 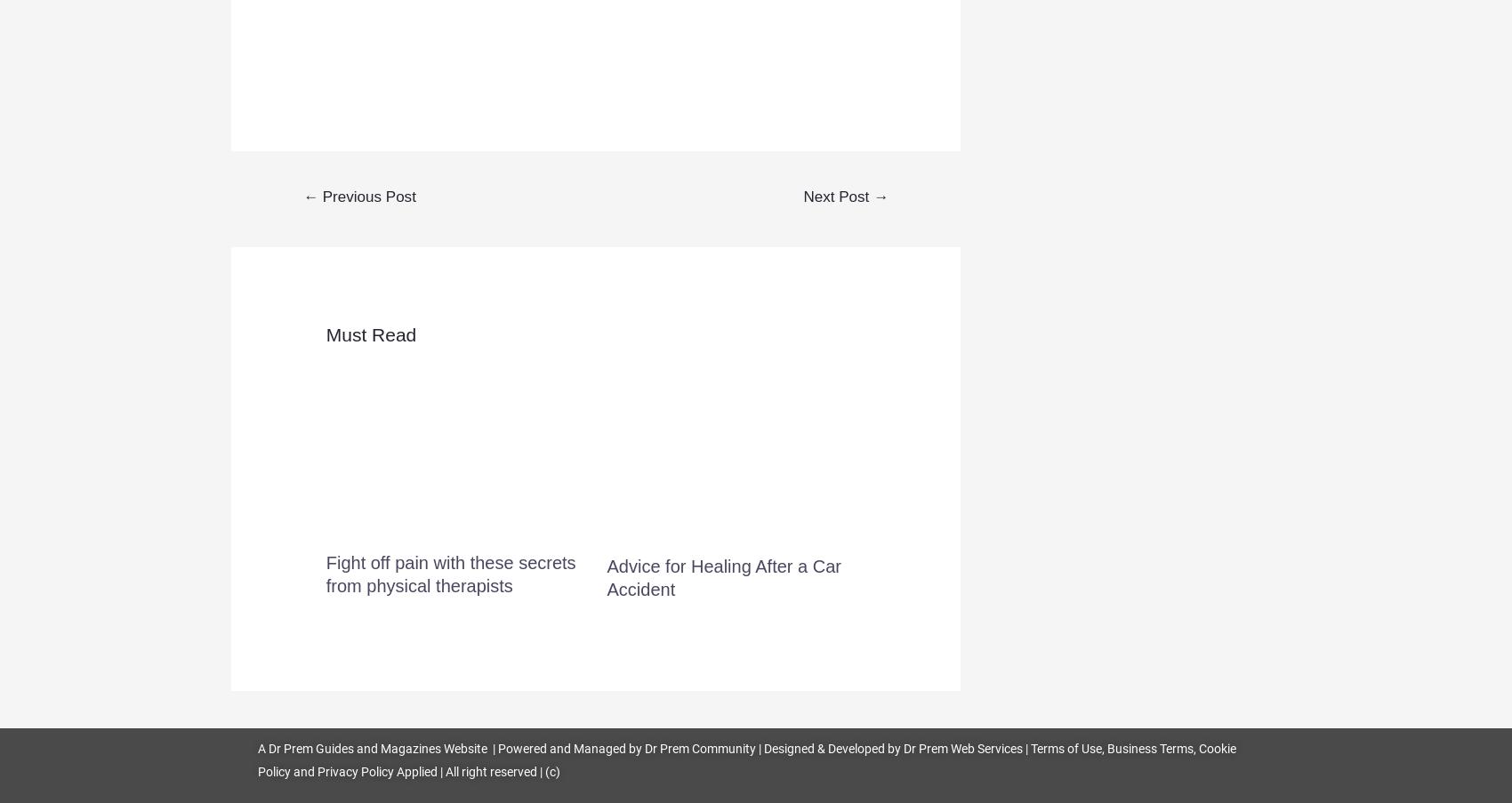 What do you see at coordinates (963, 748) in the screenshot?
I see `'Dr Prem Web Services'` at bounding box center [963, 748].